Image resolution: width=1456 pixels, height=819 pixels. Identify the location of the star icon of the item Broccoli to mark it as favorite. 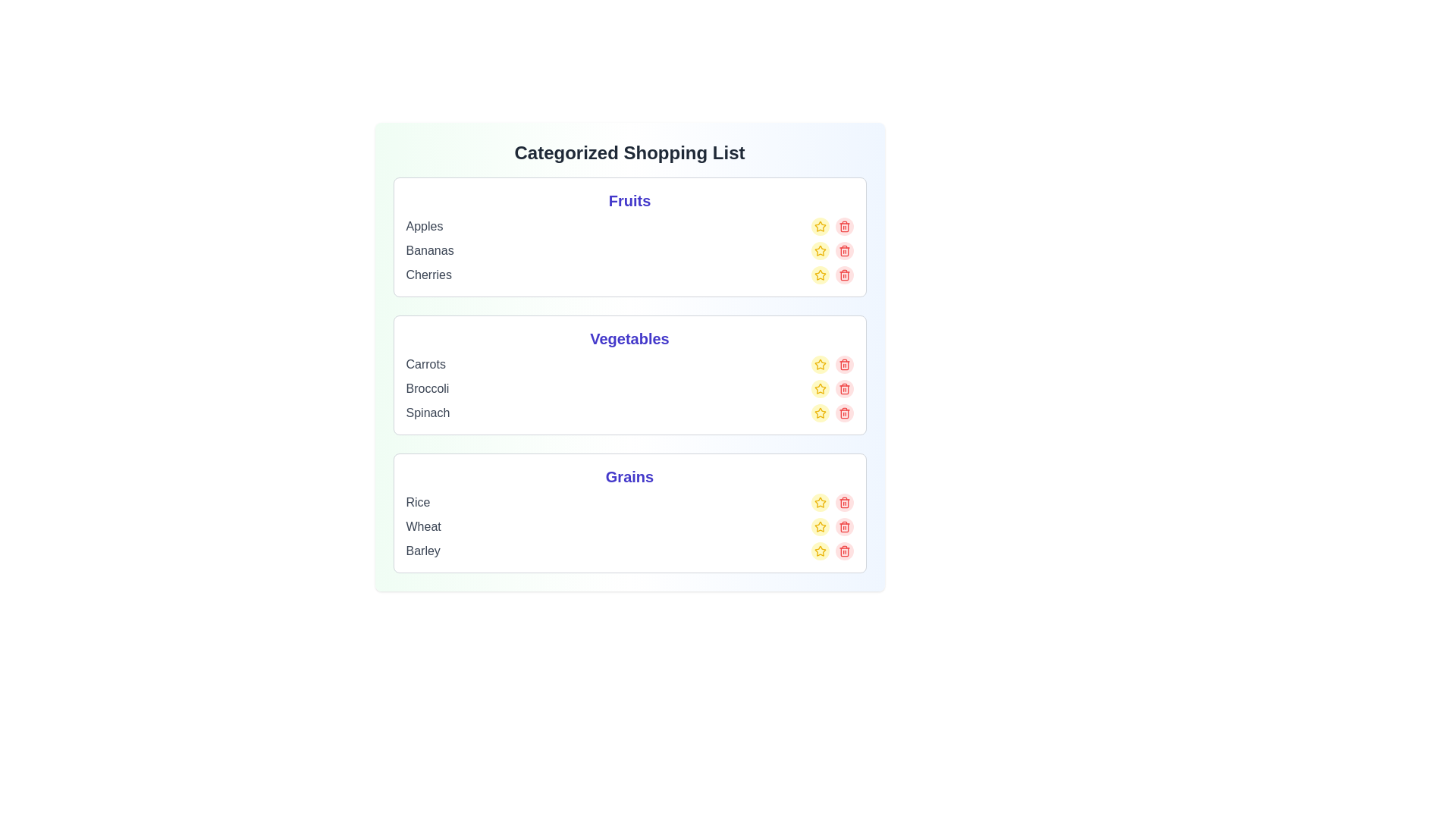
(819, 388).